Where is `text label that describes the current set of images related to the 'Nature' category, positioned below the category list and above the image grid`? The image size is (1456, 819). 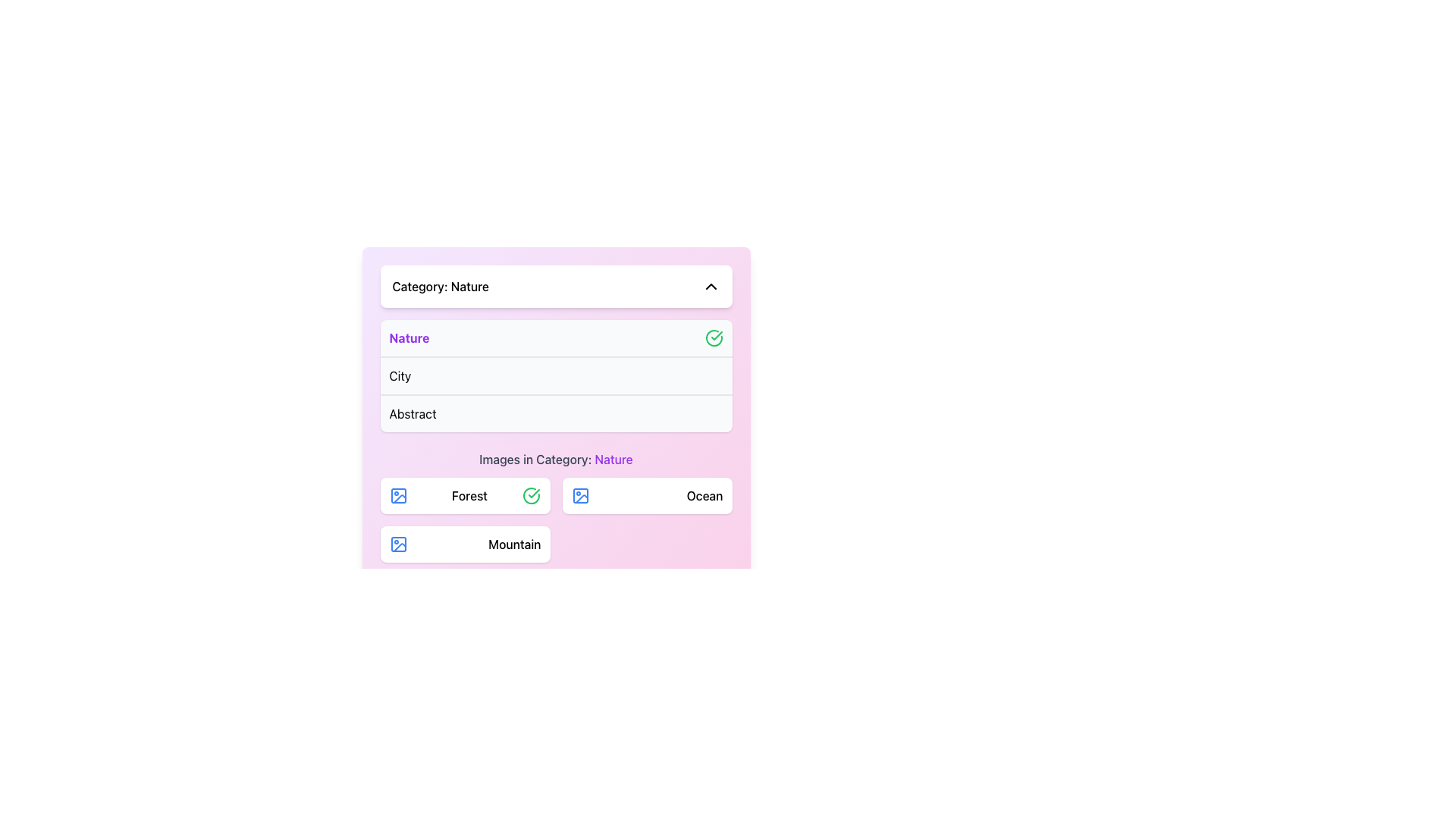
text label that describes the current set of images related to the 'Nature' category, positioned below the category list and above the image grid is located at coordinates (555, 458).